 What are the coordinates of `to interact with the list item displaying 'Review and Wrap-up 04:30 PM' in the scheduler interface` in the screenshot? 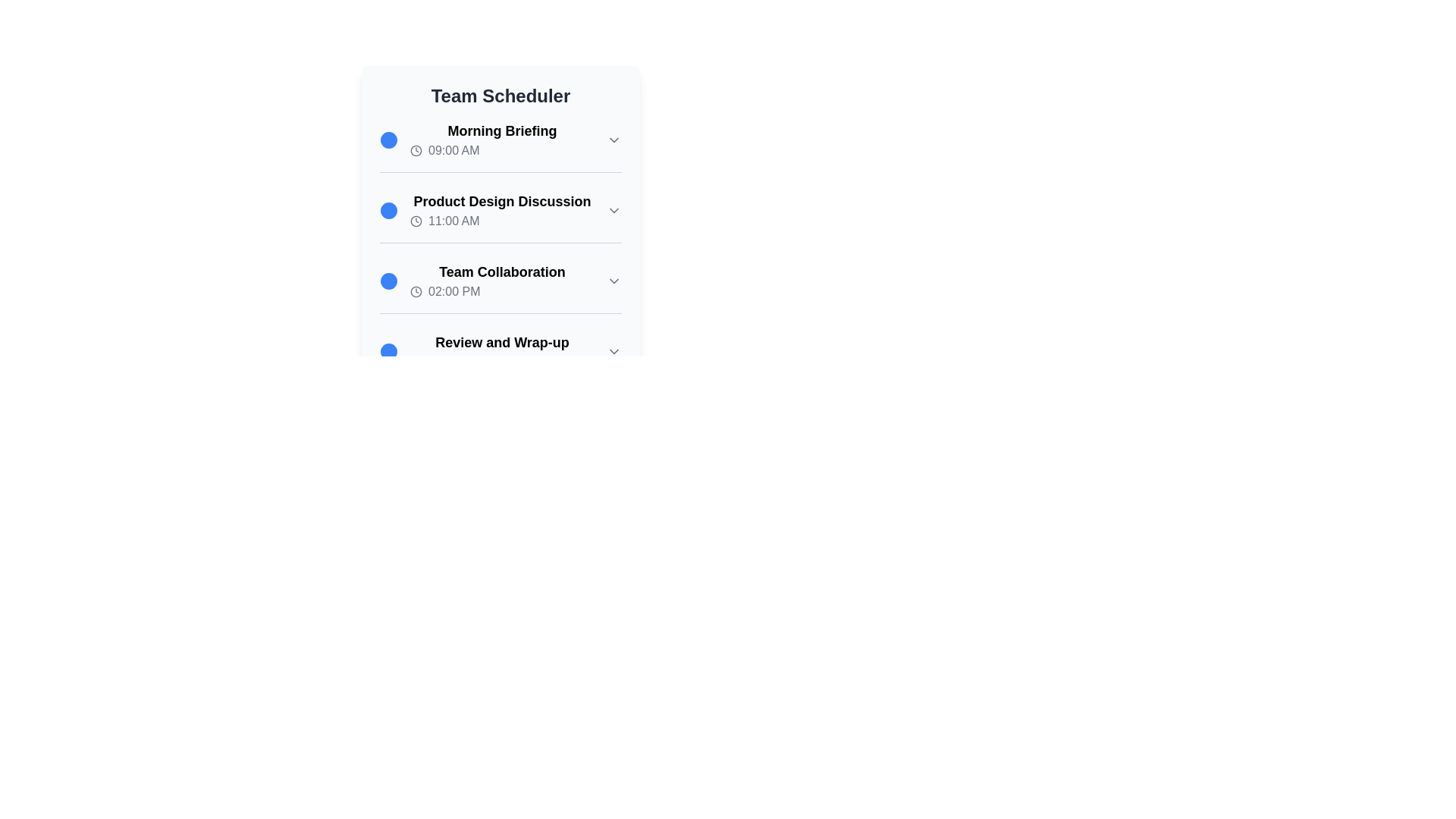 It's located at (502, 351).